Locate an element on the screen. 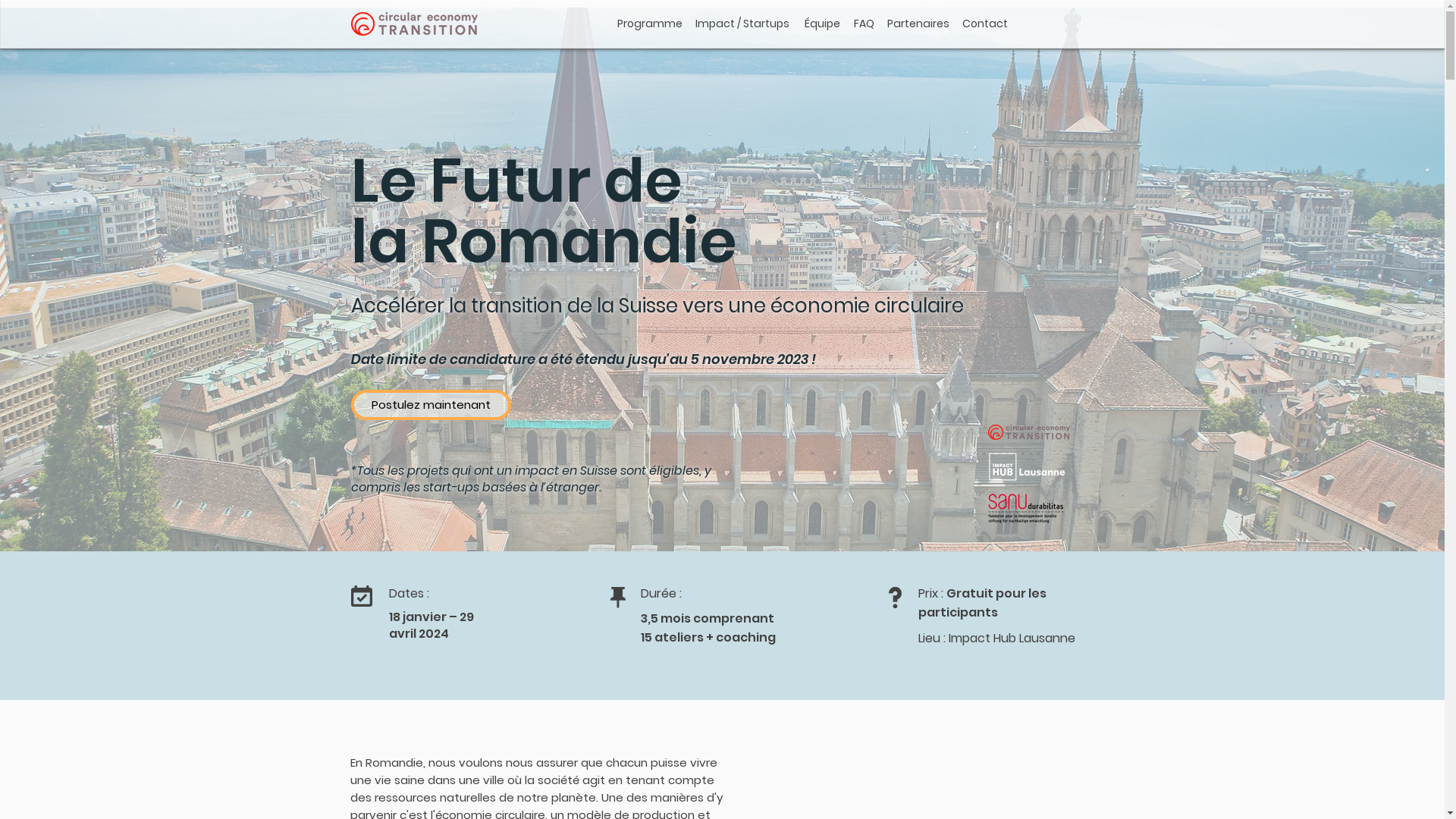  'Contact' is located at coordinates (984, 23).